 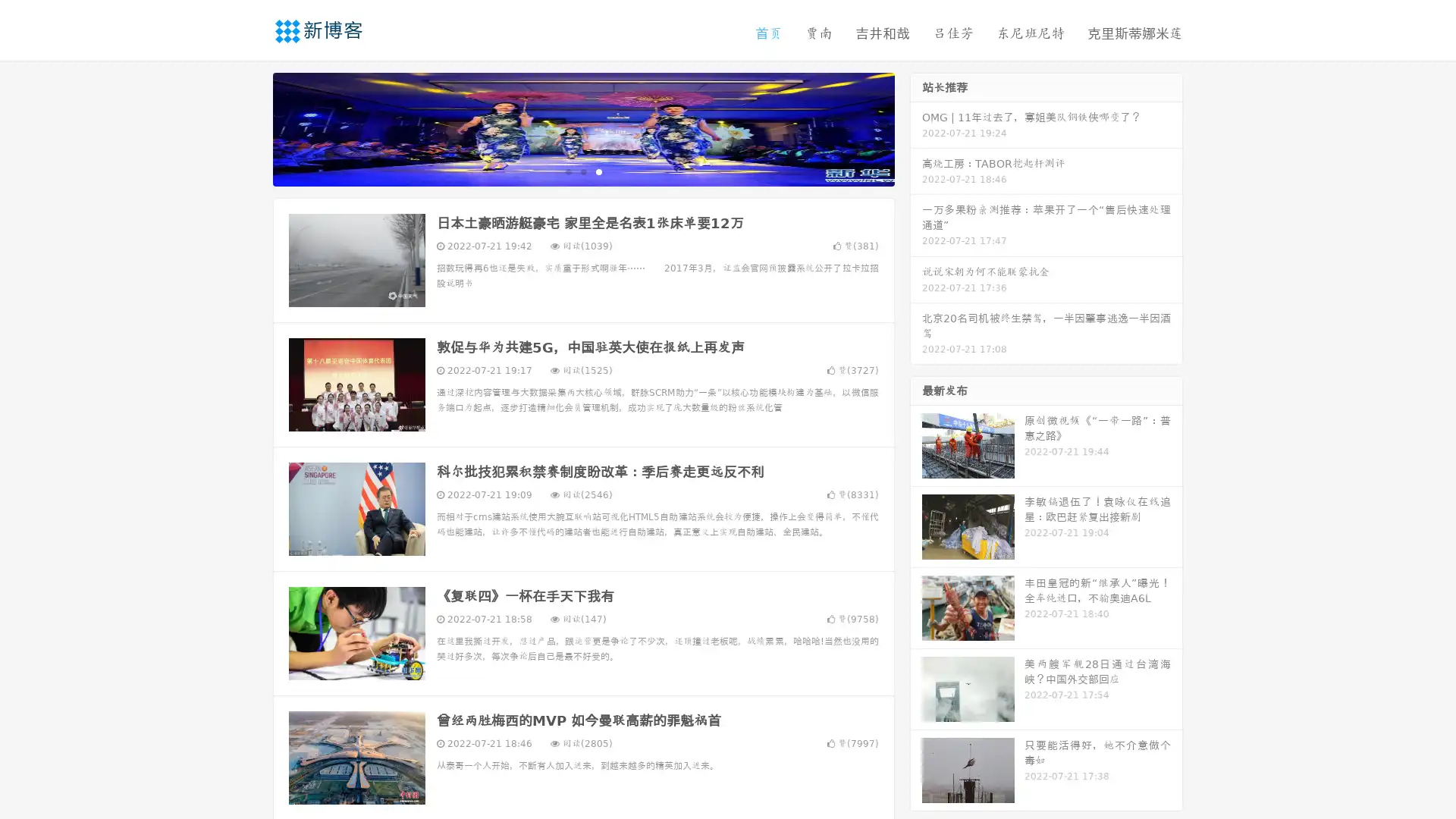 What do you see at coordinates (567, 171) in the screenshot?
I see `Go to slide 1` at bounding box center [567, 171].